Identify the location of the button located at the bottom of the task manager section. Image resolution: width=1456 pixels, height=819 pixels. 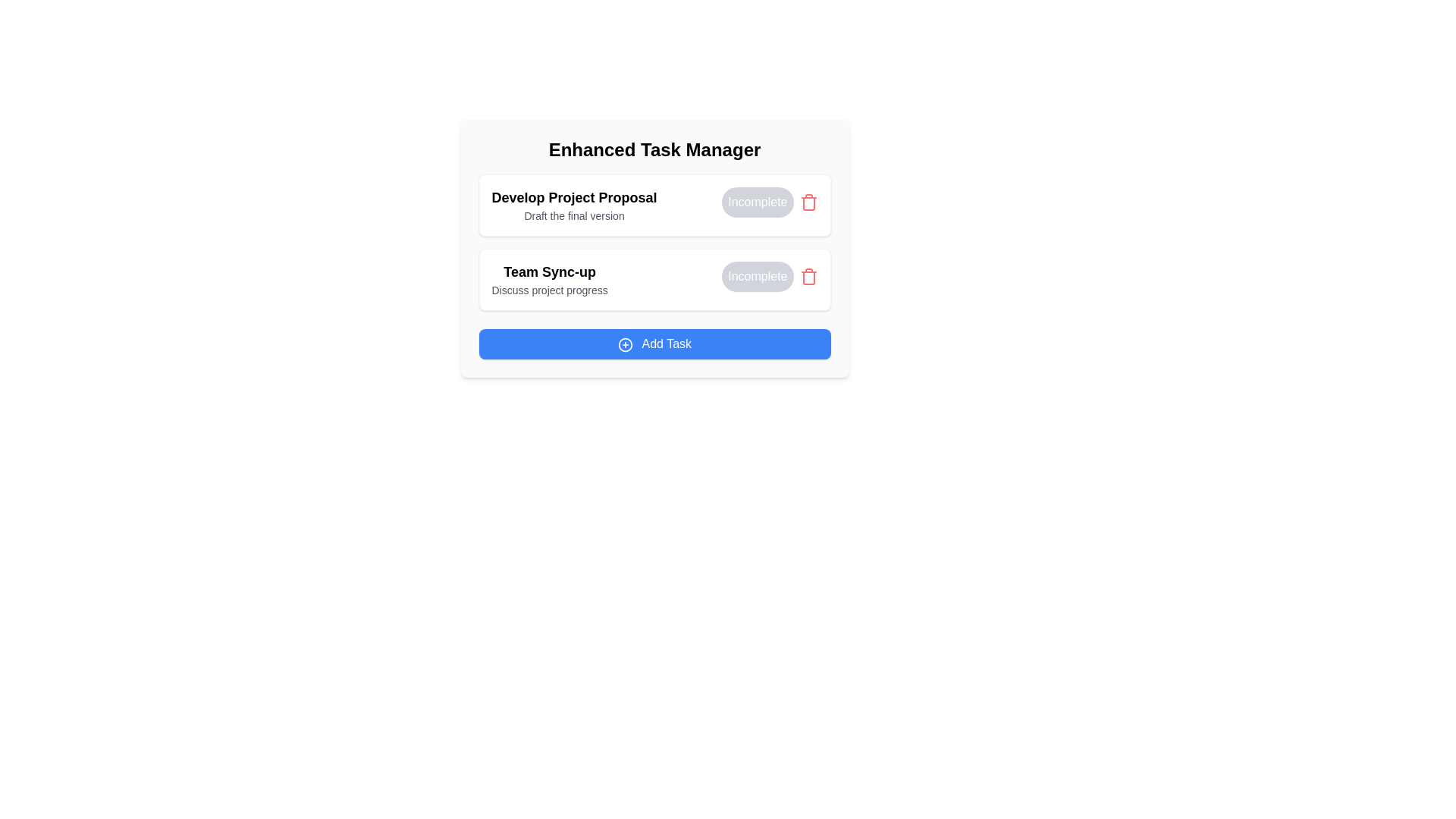
(654, 344).